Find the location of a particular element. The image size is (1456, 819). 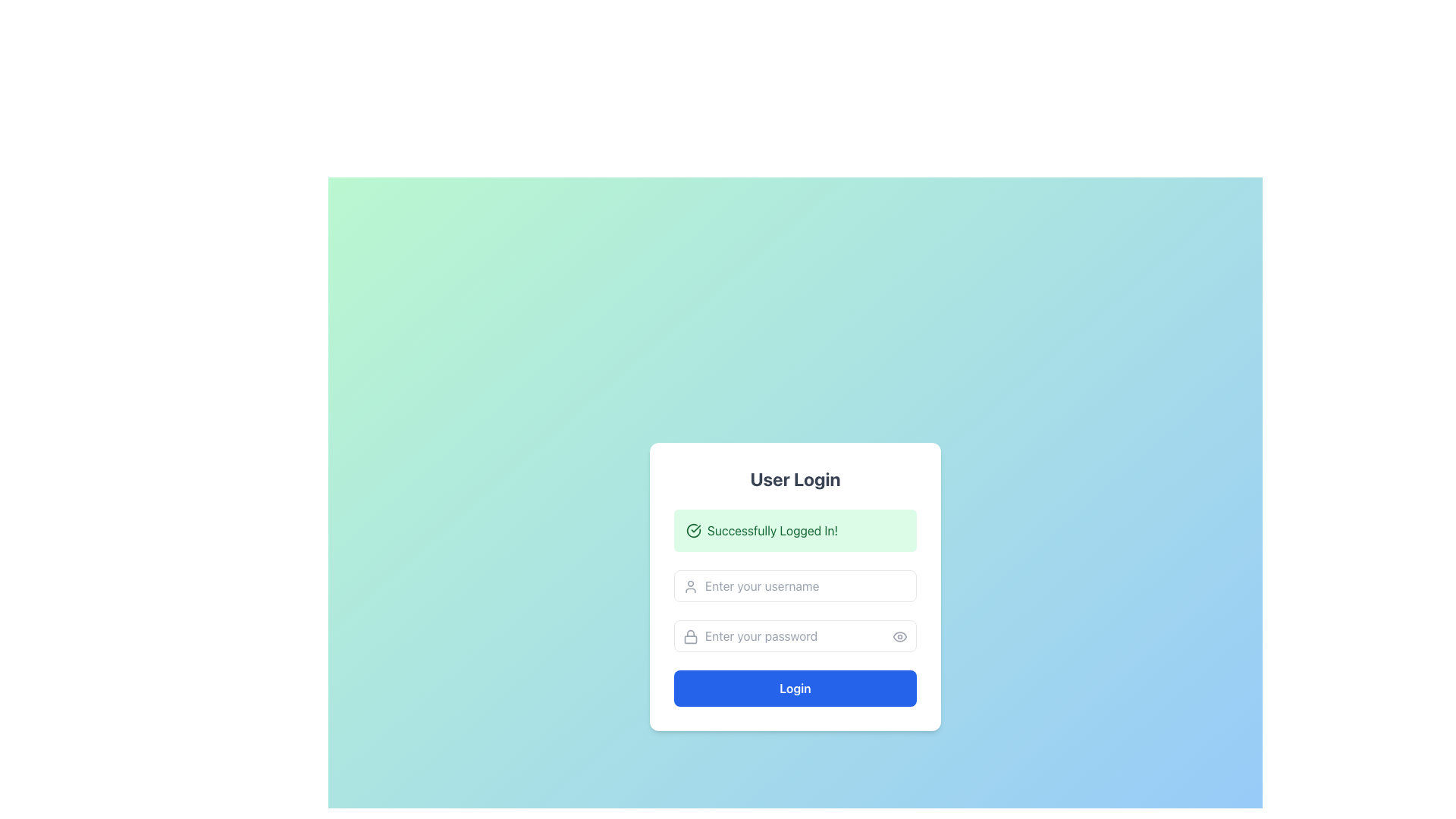

the lower part of the lock icon, which visually represents the body of the lock symbol, indicative of security or password protection, located to the left of the password input field is located at coordinates (690, 639).